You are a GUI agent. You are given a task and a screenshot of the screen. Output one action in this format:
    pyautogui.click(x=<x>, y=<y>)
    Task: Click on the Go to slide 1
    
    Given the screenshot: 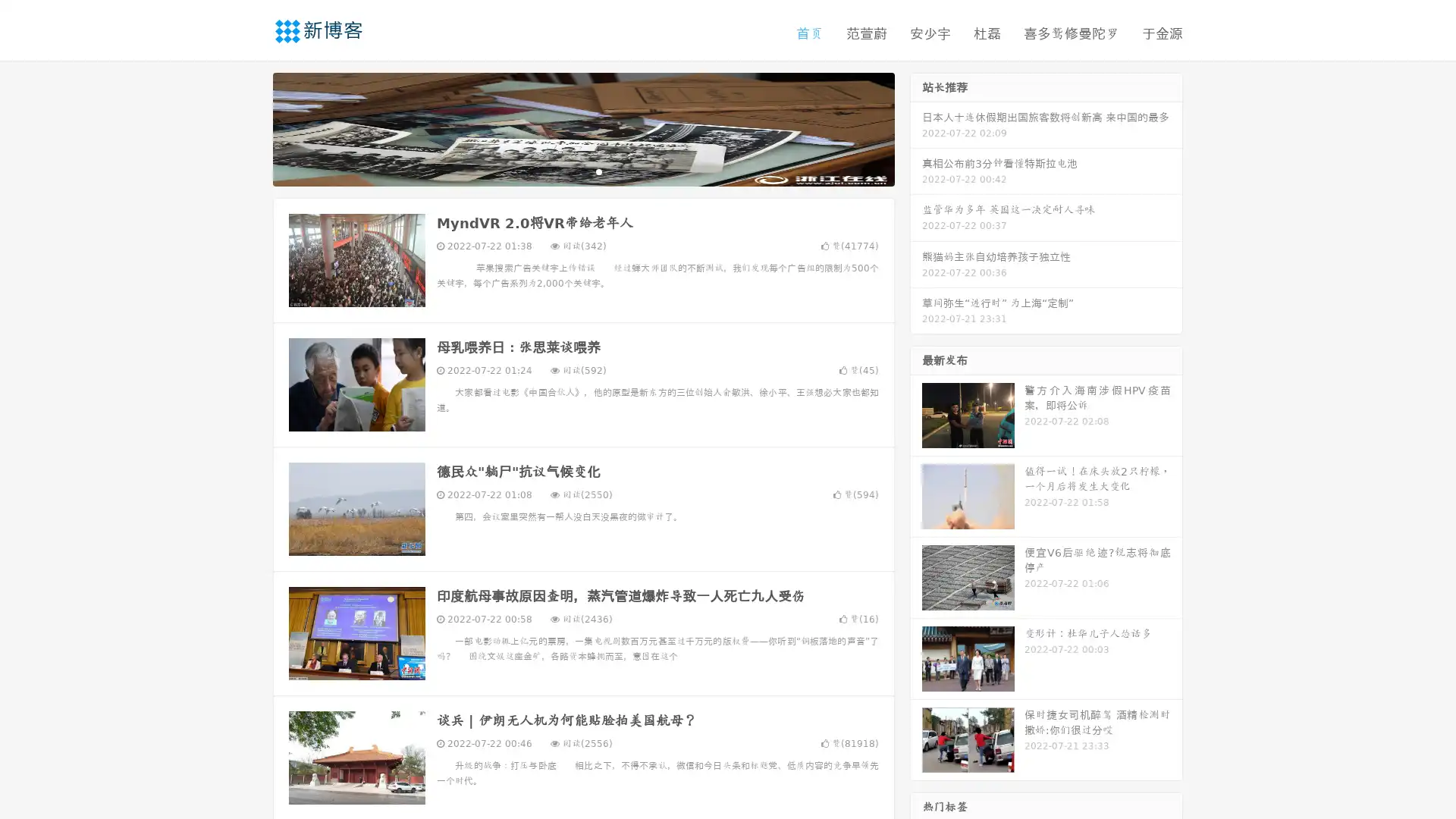 What is the action you would take?
    pyautogui.click(x=567, y=171)
    